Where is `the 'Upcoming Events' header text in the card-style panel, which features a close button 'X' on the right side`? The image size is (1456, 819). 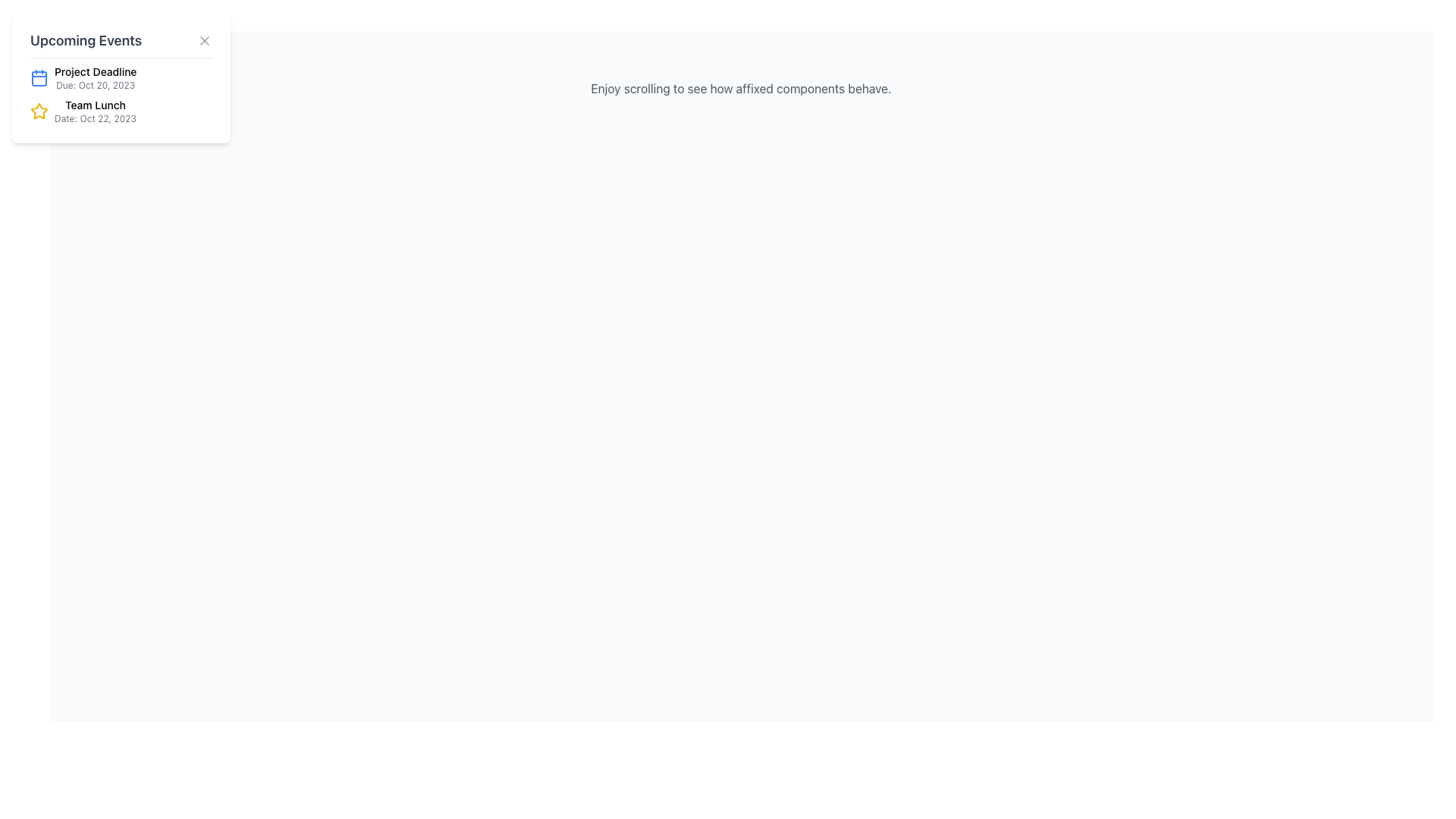 the 'Upcoming Events' header text in the card-style panel, which features a close button 'X' on the right side is located at coordinates (120, 42).